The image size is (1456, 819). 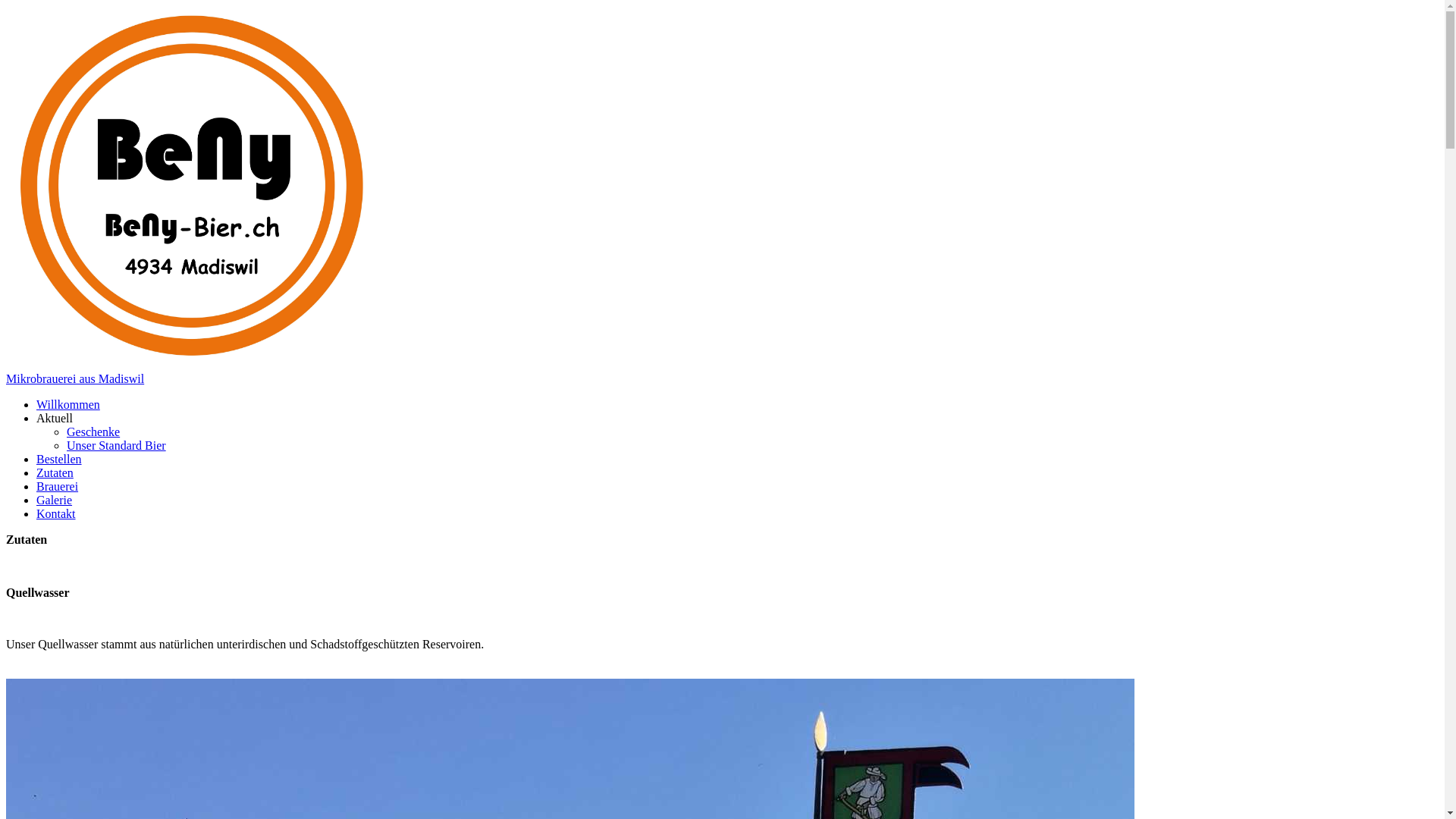 I want to click on 'Kontakt', so click(x=55, y=512).